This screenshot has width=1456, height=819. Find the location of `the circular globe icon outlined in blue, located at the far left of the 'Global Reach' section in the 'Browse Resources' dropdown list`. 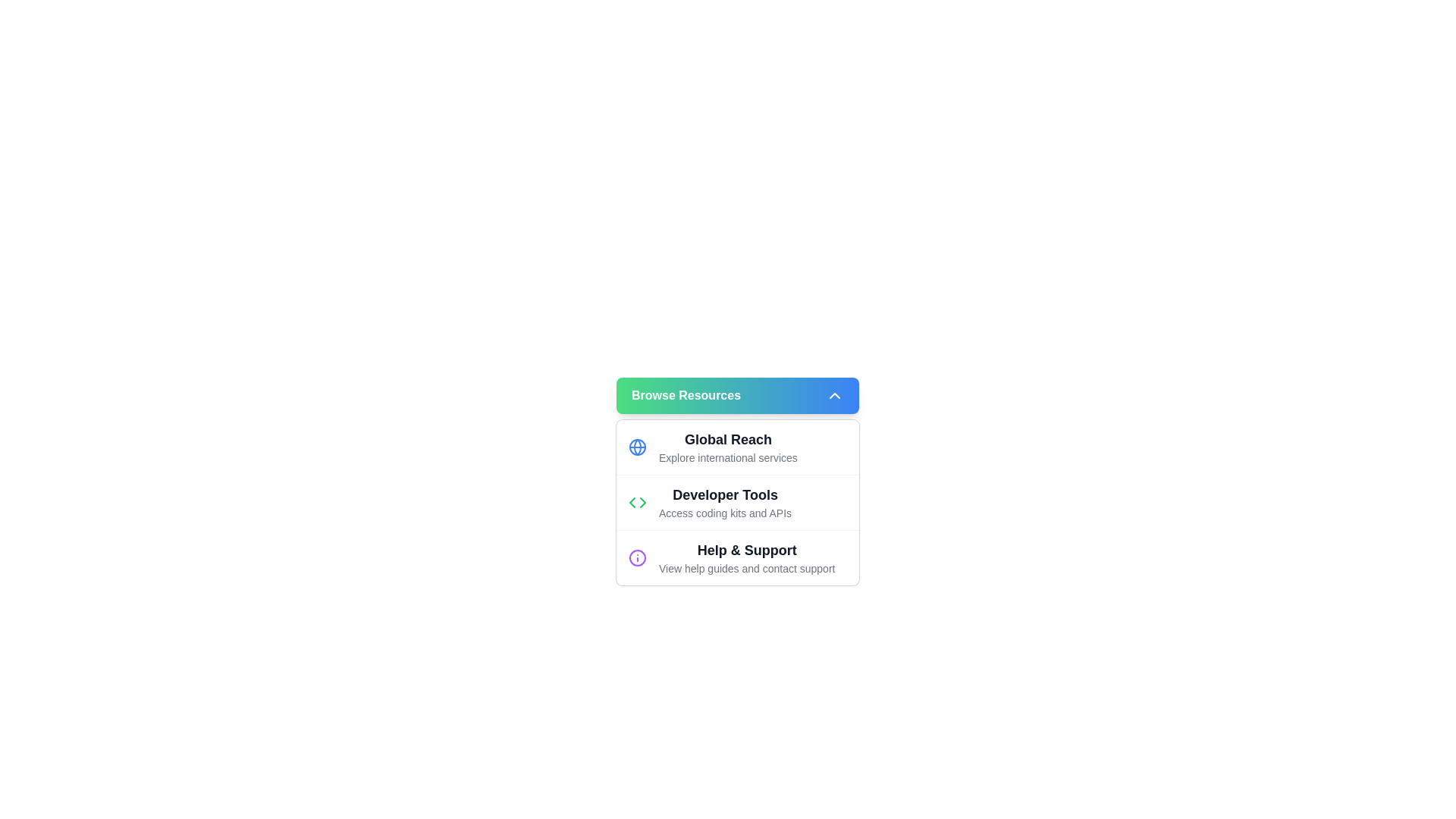

the circular globe icon outlined in blue, located at the far left of the 'Global Reach' section in the 'Browse Resources' dropdown list is located at coordinates (637, 447).